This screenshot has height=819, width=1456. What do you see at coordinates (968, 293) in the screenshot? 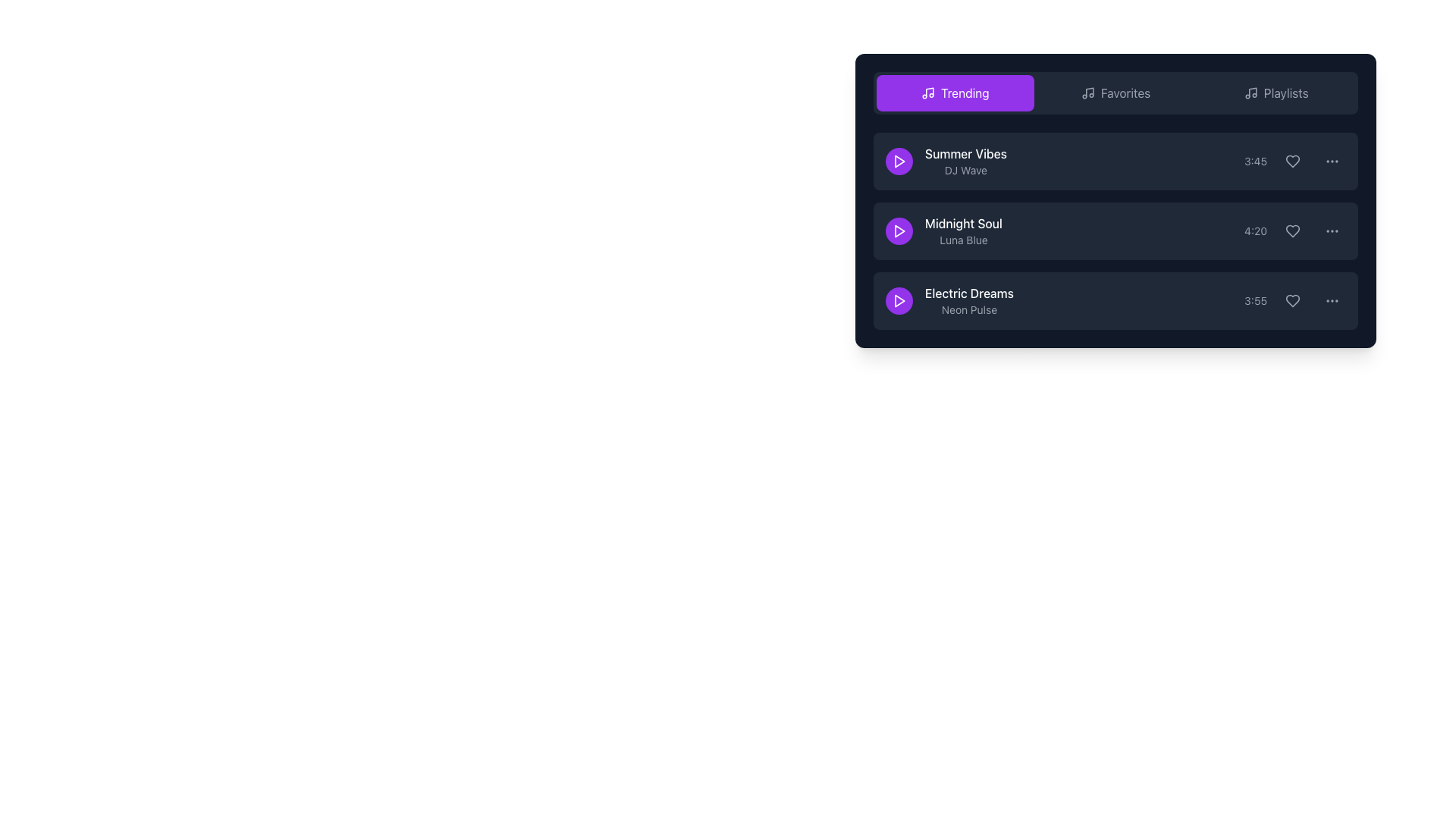
I see `text from the Text Label displaying 'Electric Dreams', which is styled in white font on a dark background, located in the bottom section of the song listing panel above the subtitle 'Neon Pulse'` at bounding box center [968, 293].